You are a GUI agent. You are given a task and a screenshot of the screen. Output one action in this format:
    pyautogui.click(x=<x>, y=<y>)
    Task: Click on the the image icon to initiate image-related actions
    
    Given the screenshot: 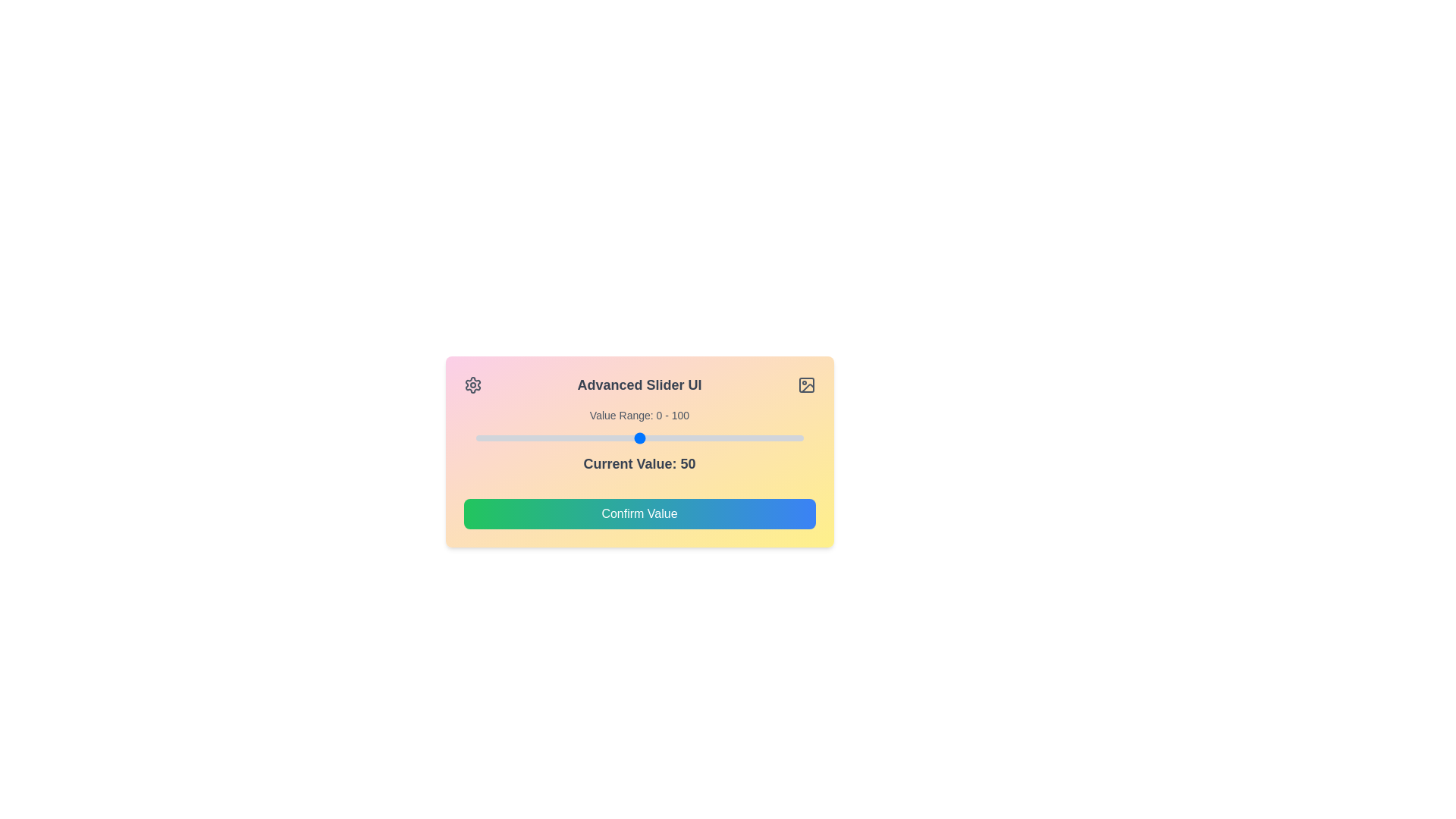 What is the action you would take?
    pyautogui.click(x=805, y=384)
    